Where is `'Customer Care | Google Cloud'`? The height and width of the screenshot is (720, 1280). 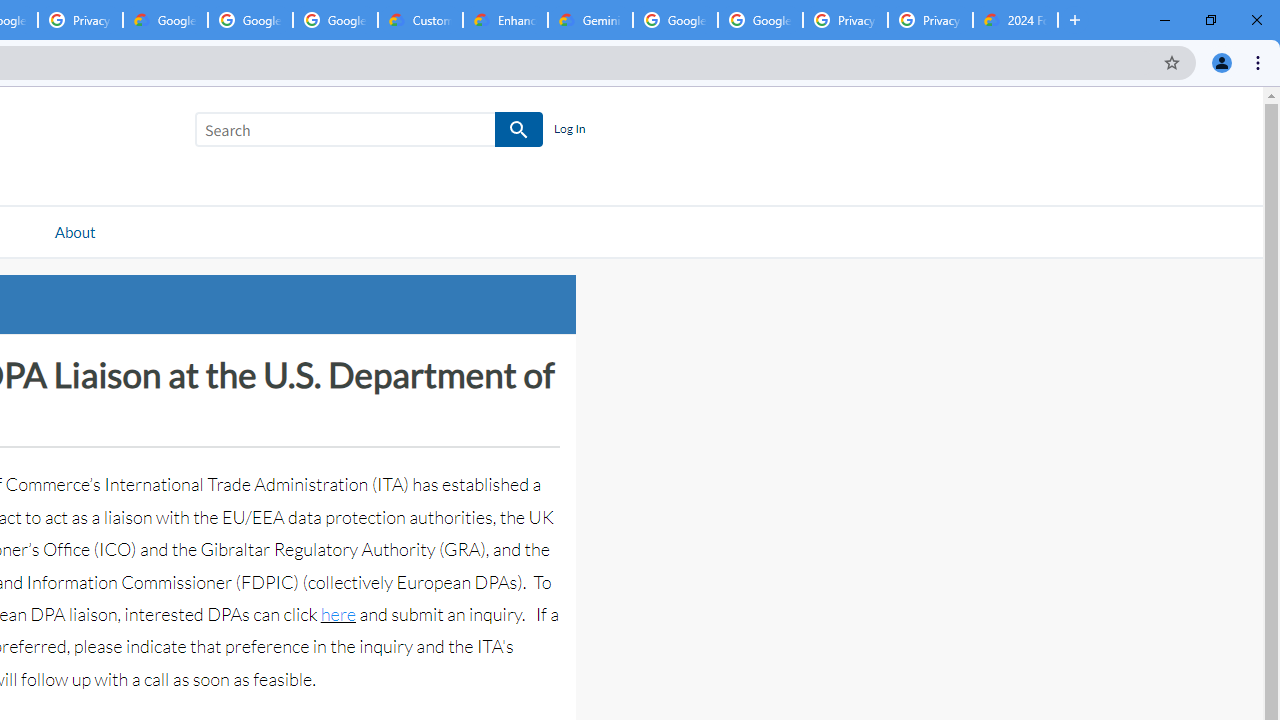
'Customer Care | Google Cloud' is located at coordinates (419, 20).